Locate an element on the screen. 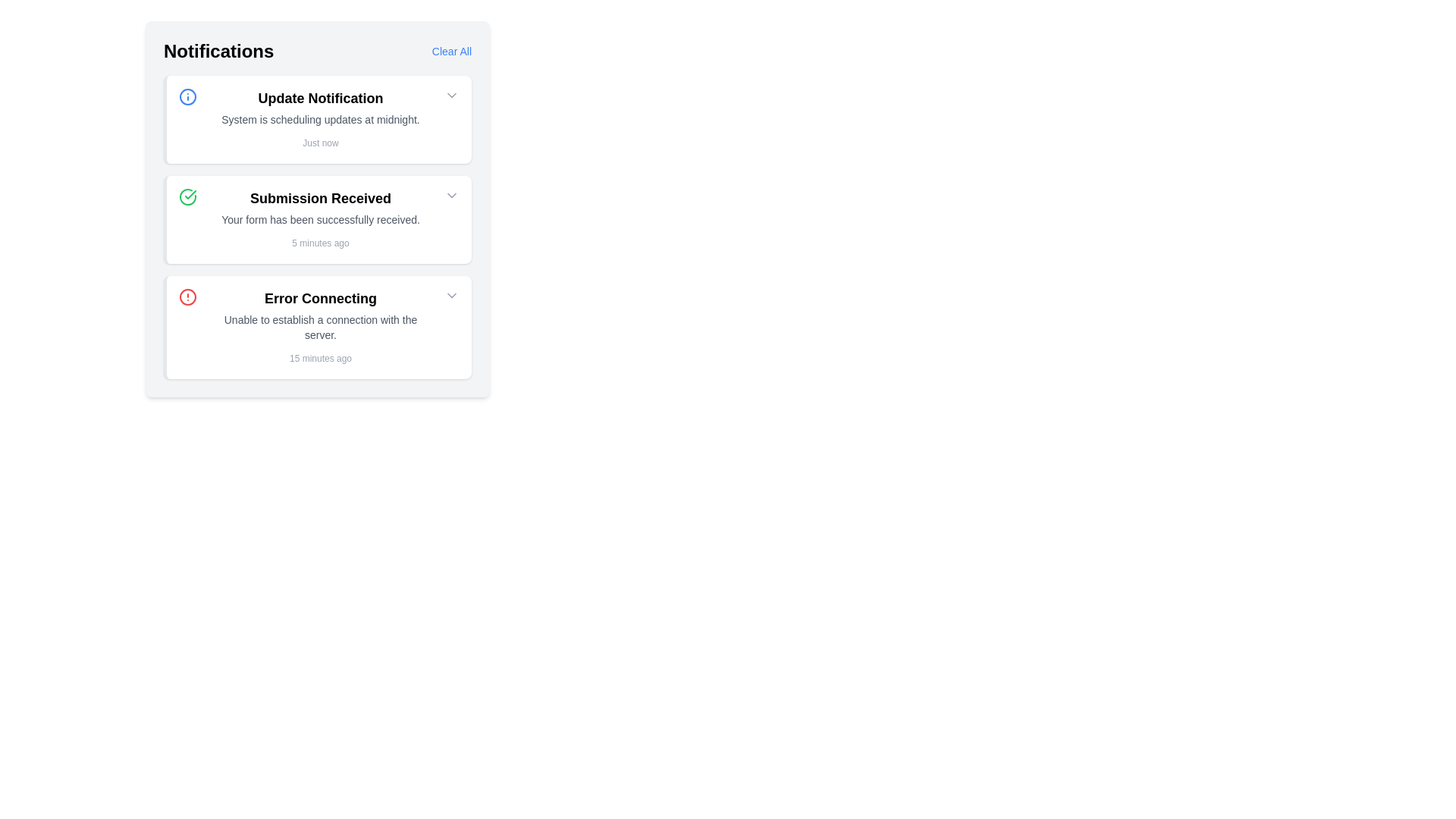  the dismiss button located in the top-right corner of the 'Error Connecting' notification card is located at coordinates (450, 295).